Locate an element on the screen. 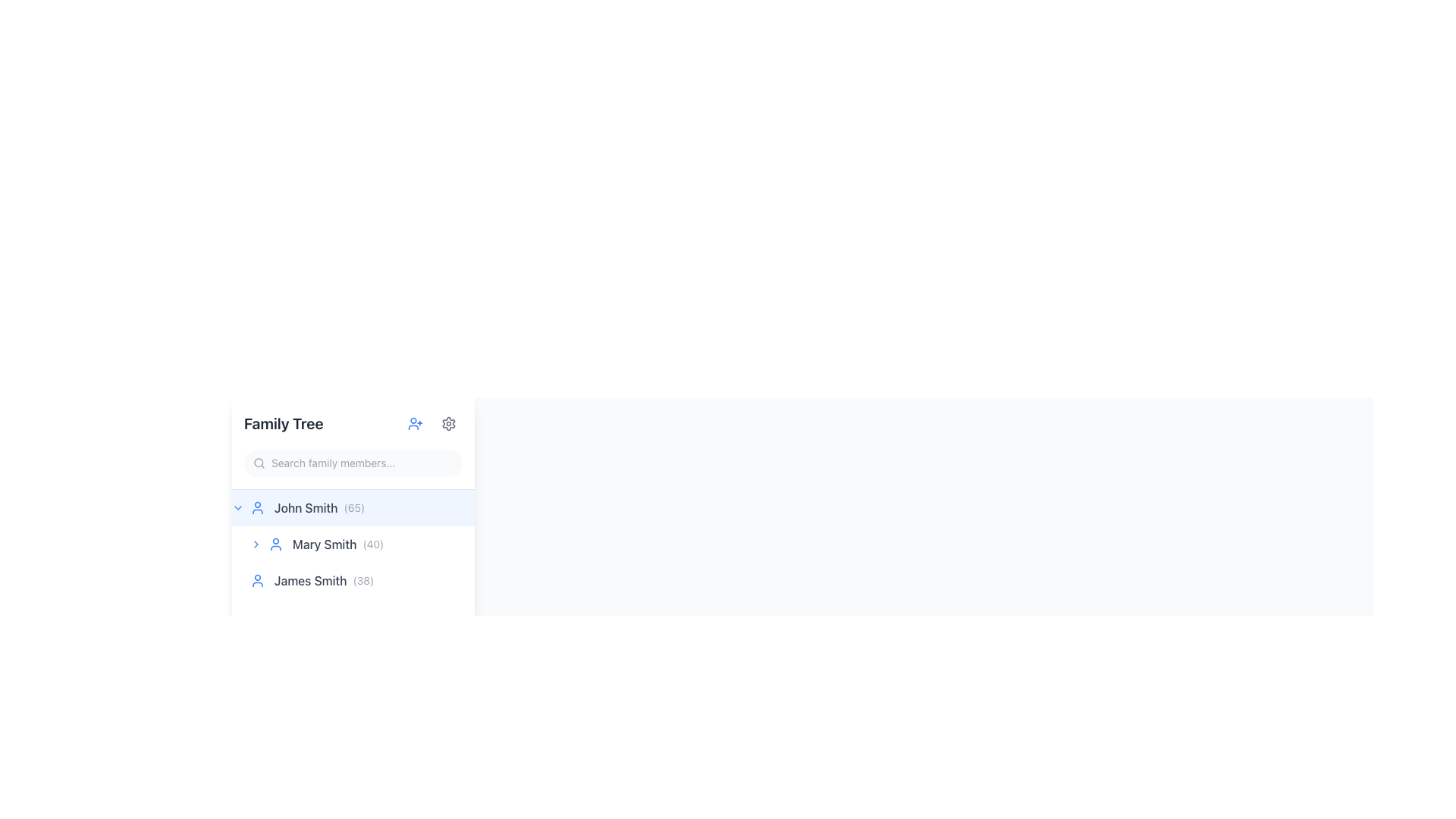 This screenshot has width=1456, height=819. the text label indicating the age of 'James Smith', which is located to the immediate right of the name in the family tree panel is located at coordinates (362, 580).